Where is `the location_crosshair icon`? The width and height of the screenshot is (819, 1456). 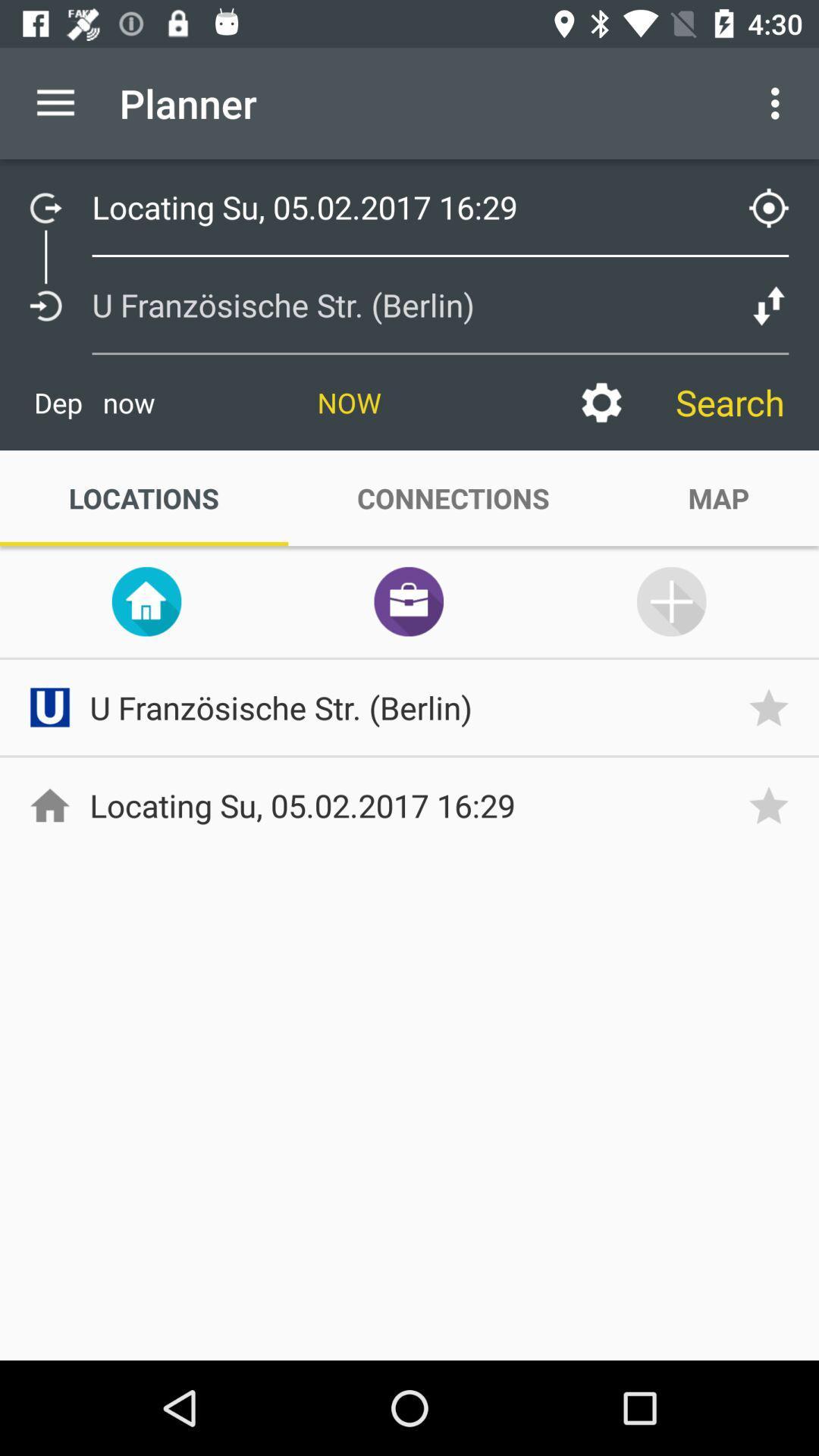 the location_crosshair icon is located at coordinates (769, 207).